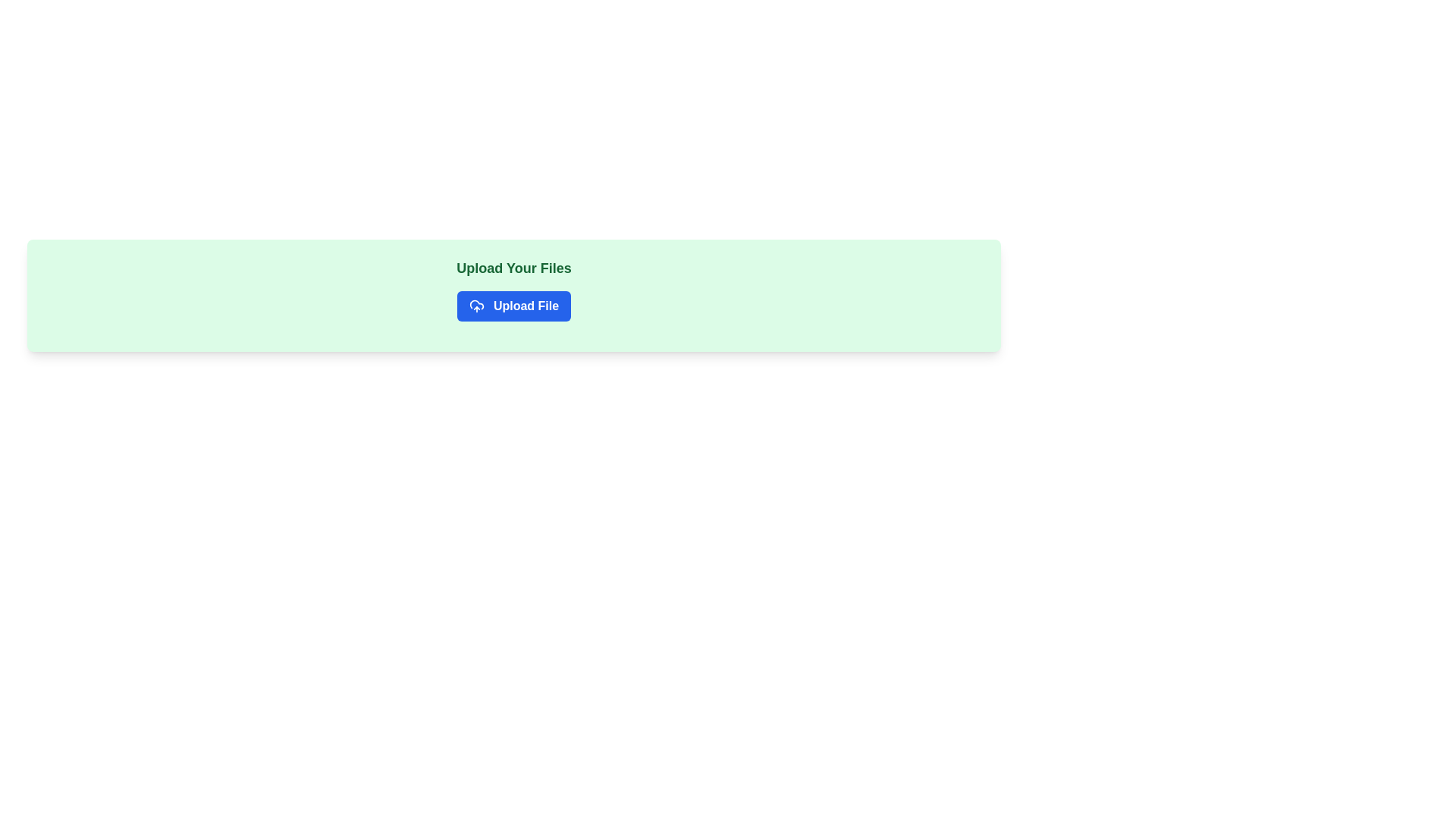 This screenshot has width=1456, height=819. Describe the element at coordinates (513, 306) in the screenshot. I see `the upload button located centrally under the 'Upload Your Files' header, which has a light green background` at that location.